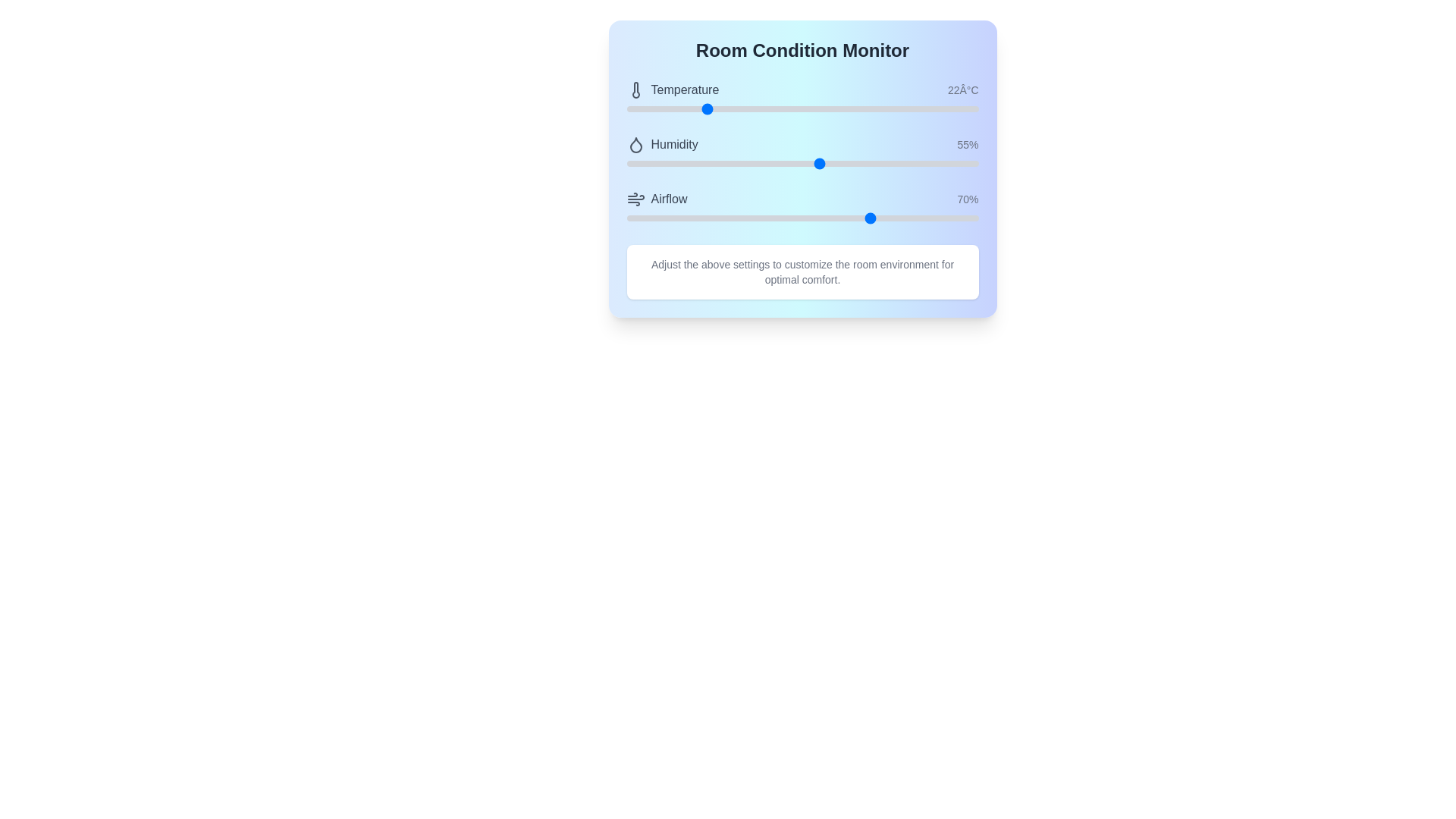 This screenshot has height=819, width=1456. I want to click on airflow level, so click(805, 218).